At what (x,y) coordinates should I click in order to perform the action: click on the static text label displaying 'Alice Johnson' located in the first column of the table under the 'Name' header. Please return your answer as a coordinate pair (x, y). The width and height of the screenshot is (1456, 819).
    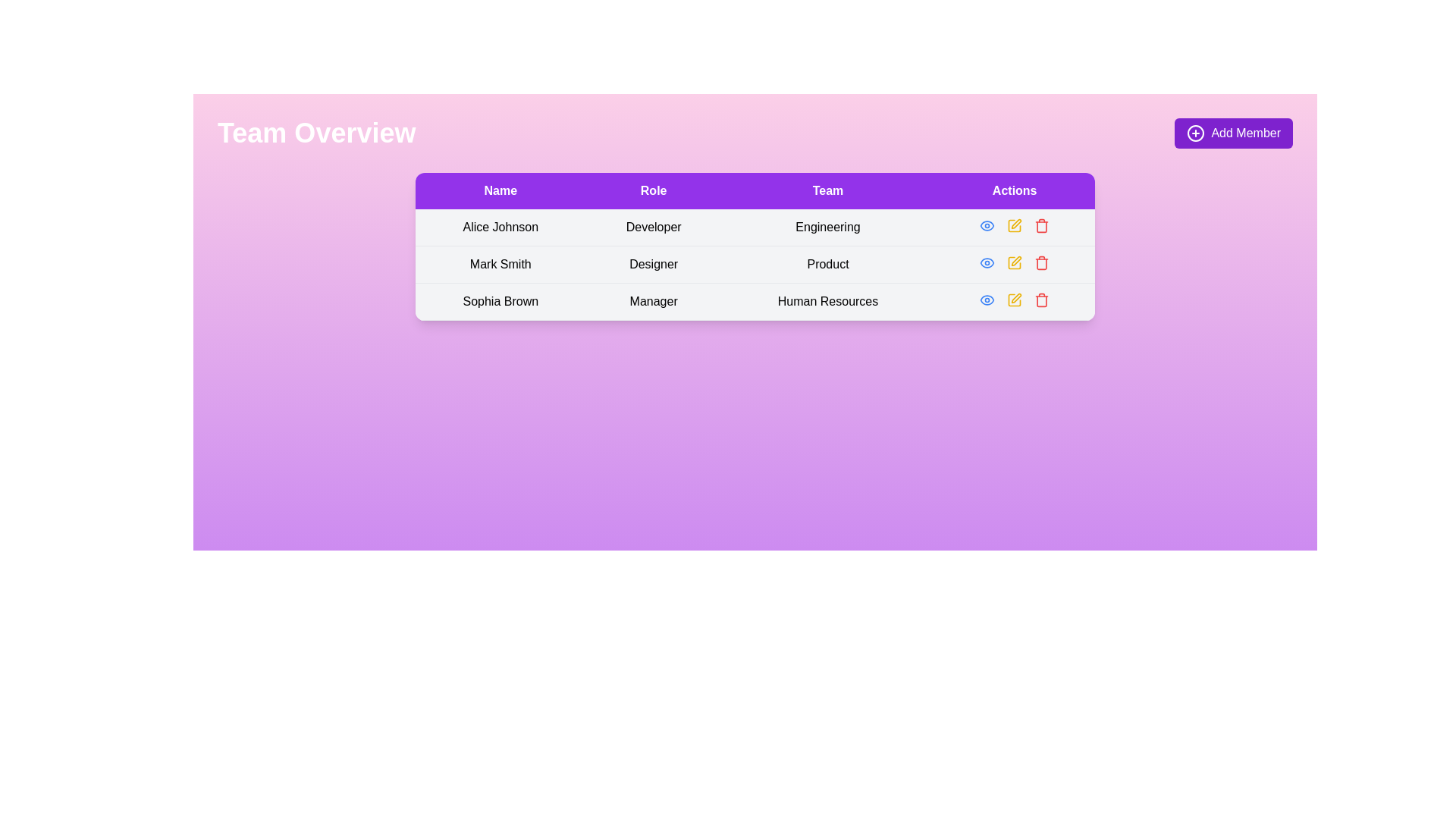
    Looking at the image, I should click on (500, 227).